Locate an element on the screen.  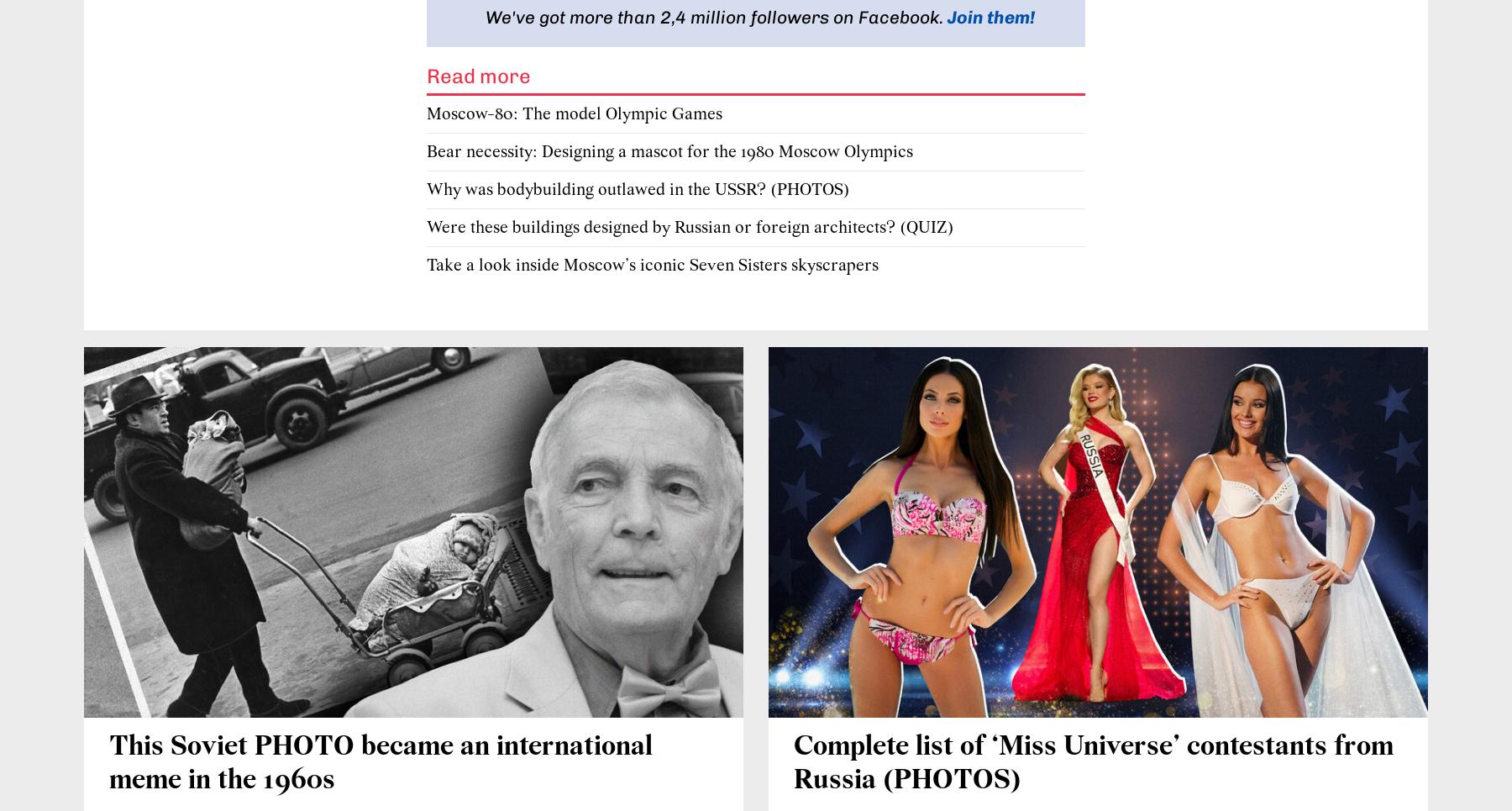
'We've got more than 2,4 million followers on Facebook.' is located at coordinates (717, 15).